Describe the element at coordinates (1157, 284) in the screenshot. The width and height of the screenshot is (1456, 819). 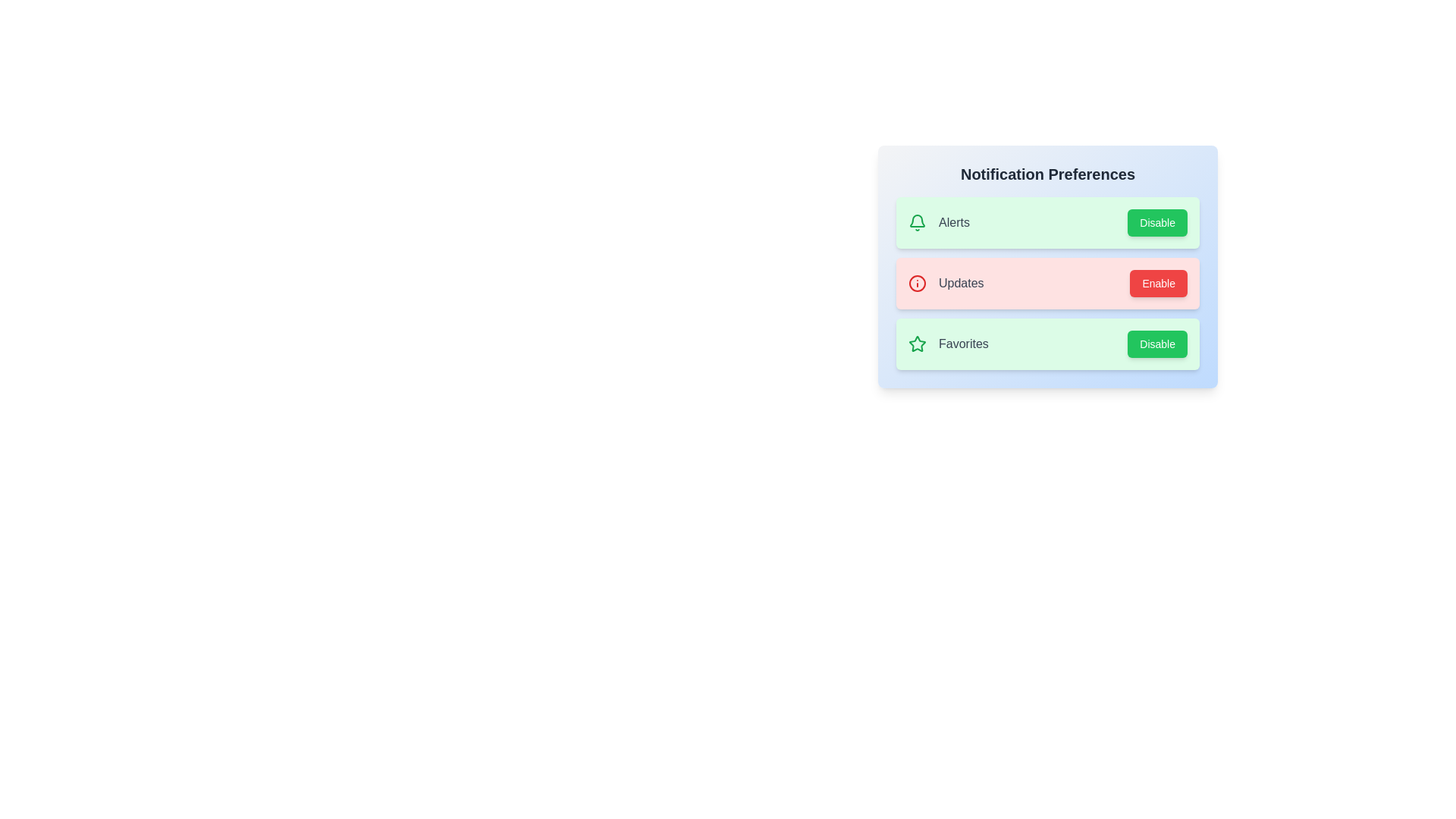
I see `'Enable' button for 'Updates' to toggle its notification preference` at that location.